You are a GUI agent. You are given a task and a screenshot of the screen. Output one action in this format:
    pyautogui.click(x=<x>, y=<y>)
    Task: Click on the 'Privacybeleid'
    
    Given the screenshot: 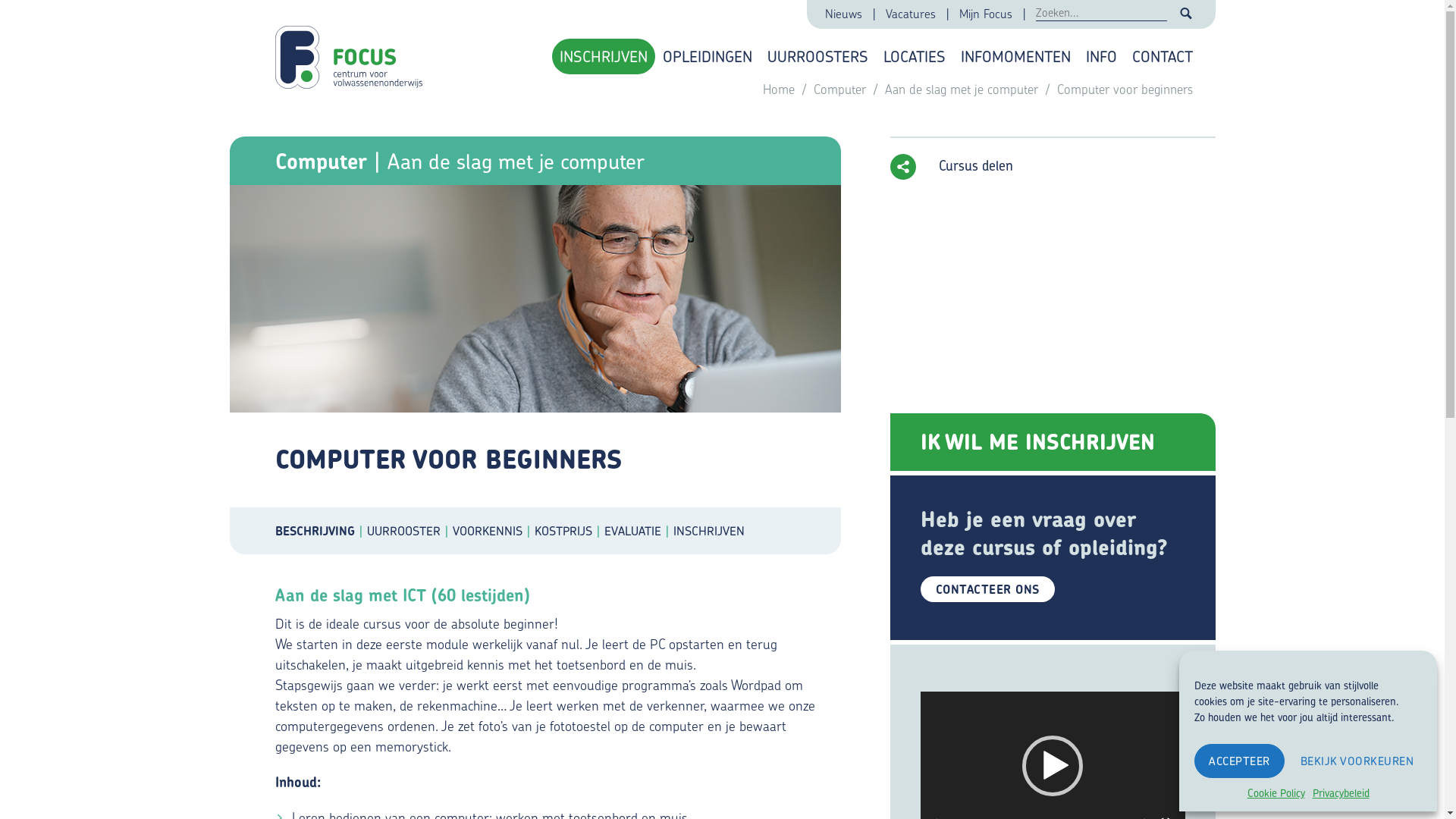 What is the action you would take?
    pyautogui.click(x=1340, y=792)
    